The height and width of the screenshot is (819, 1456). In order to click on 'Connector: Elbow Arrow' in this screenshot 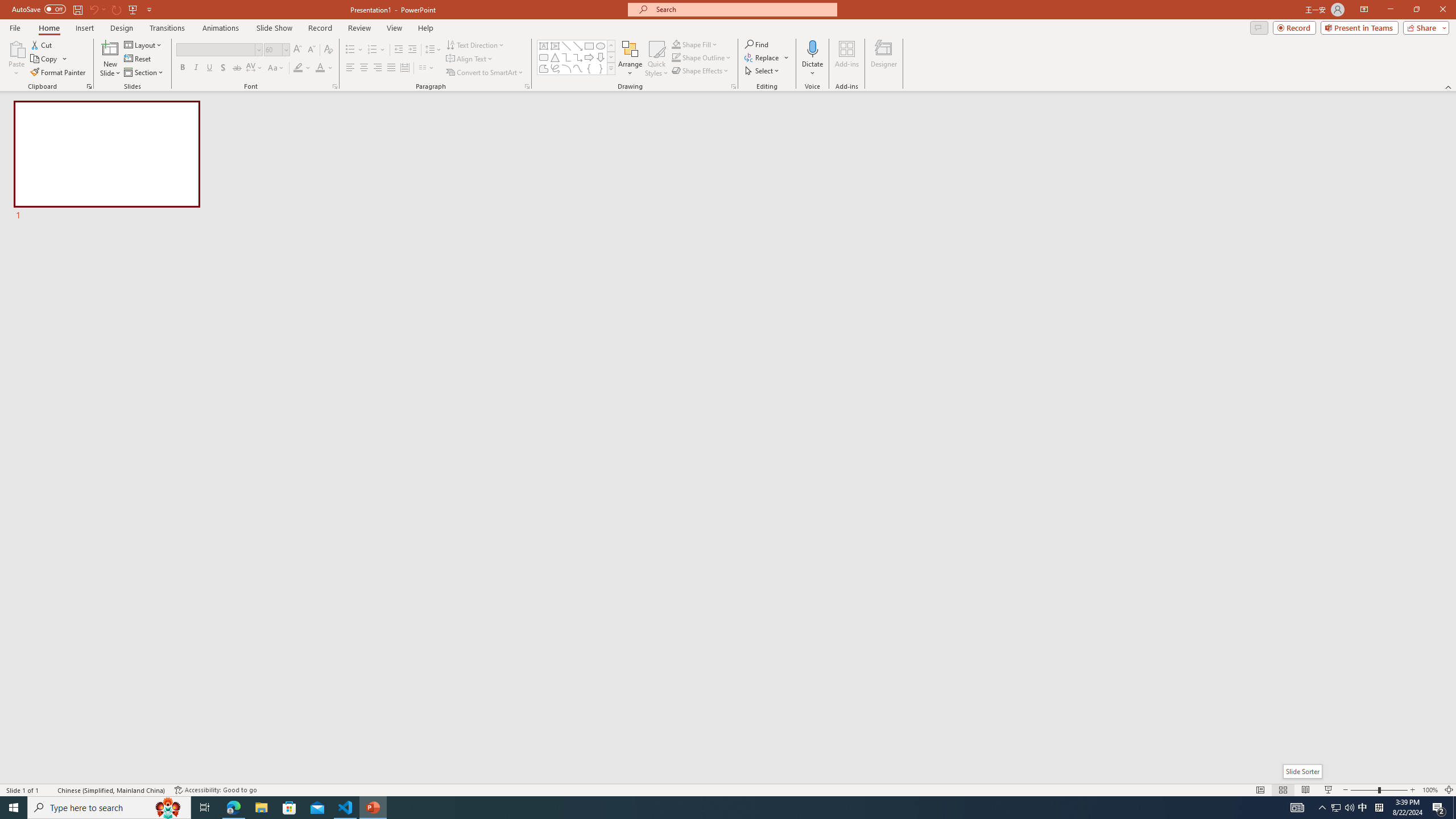, I will do `click(577, 56)`.